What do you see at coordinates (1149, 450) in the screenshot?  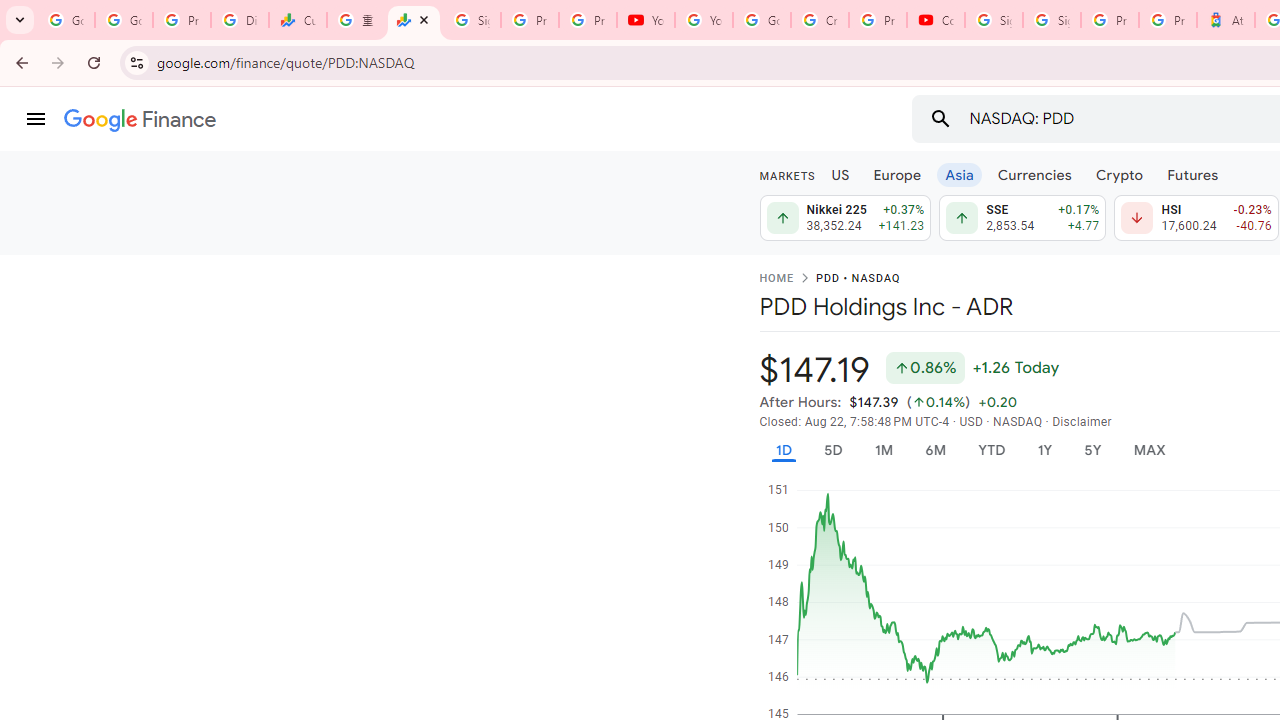 I see `'MAX'` at bounding box center [1149, 450].